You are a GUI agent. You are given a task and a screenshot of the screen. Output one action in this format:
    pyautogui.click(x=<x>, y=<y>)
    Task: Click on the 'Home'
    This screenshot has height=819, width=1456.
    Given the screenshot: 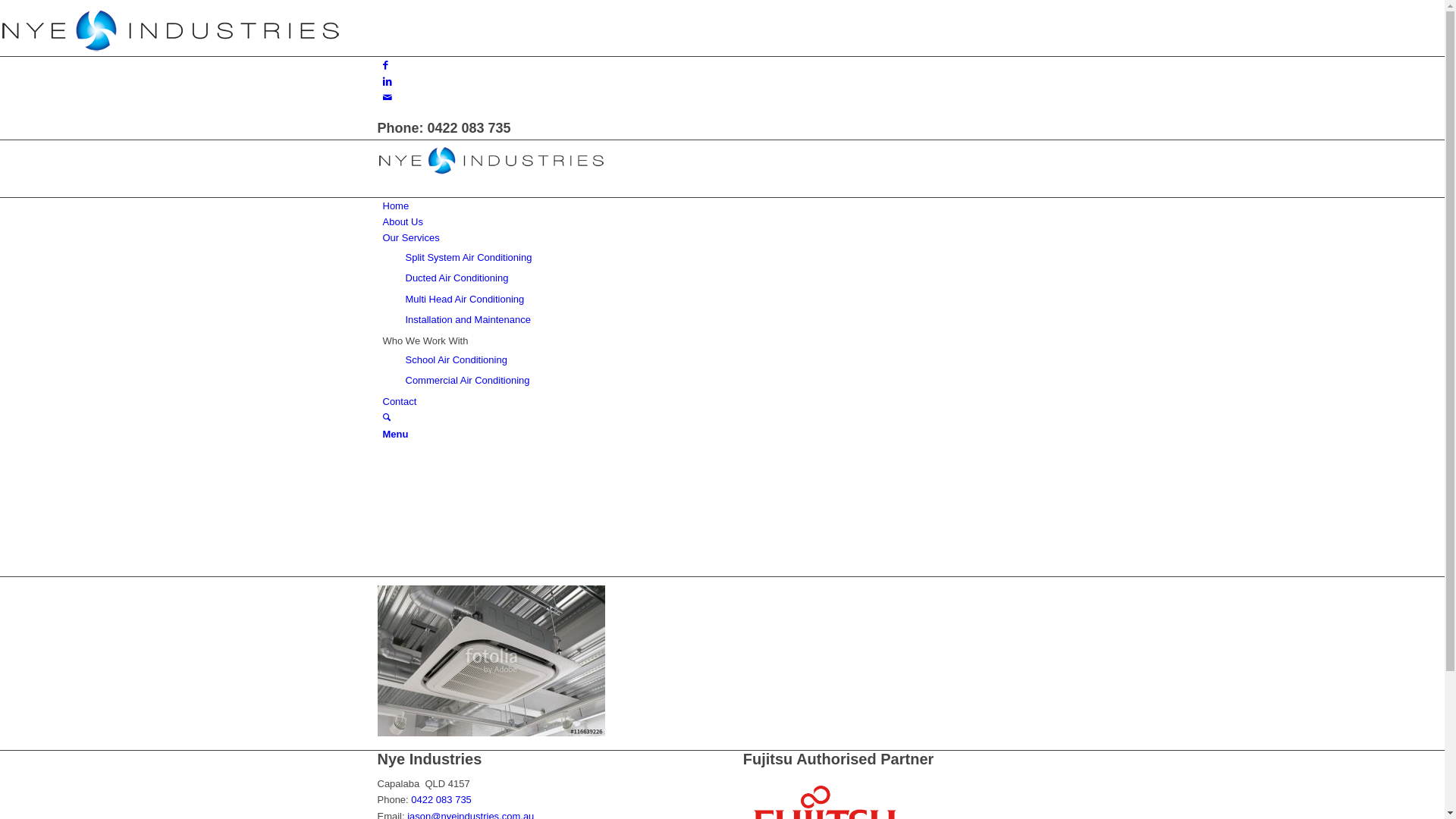 What is the action you would take?
    pyautogui.click(x=382, y=206)
    